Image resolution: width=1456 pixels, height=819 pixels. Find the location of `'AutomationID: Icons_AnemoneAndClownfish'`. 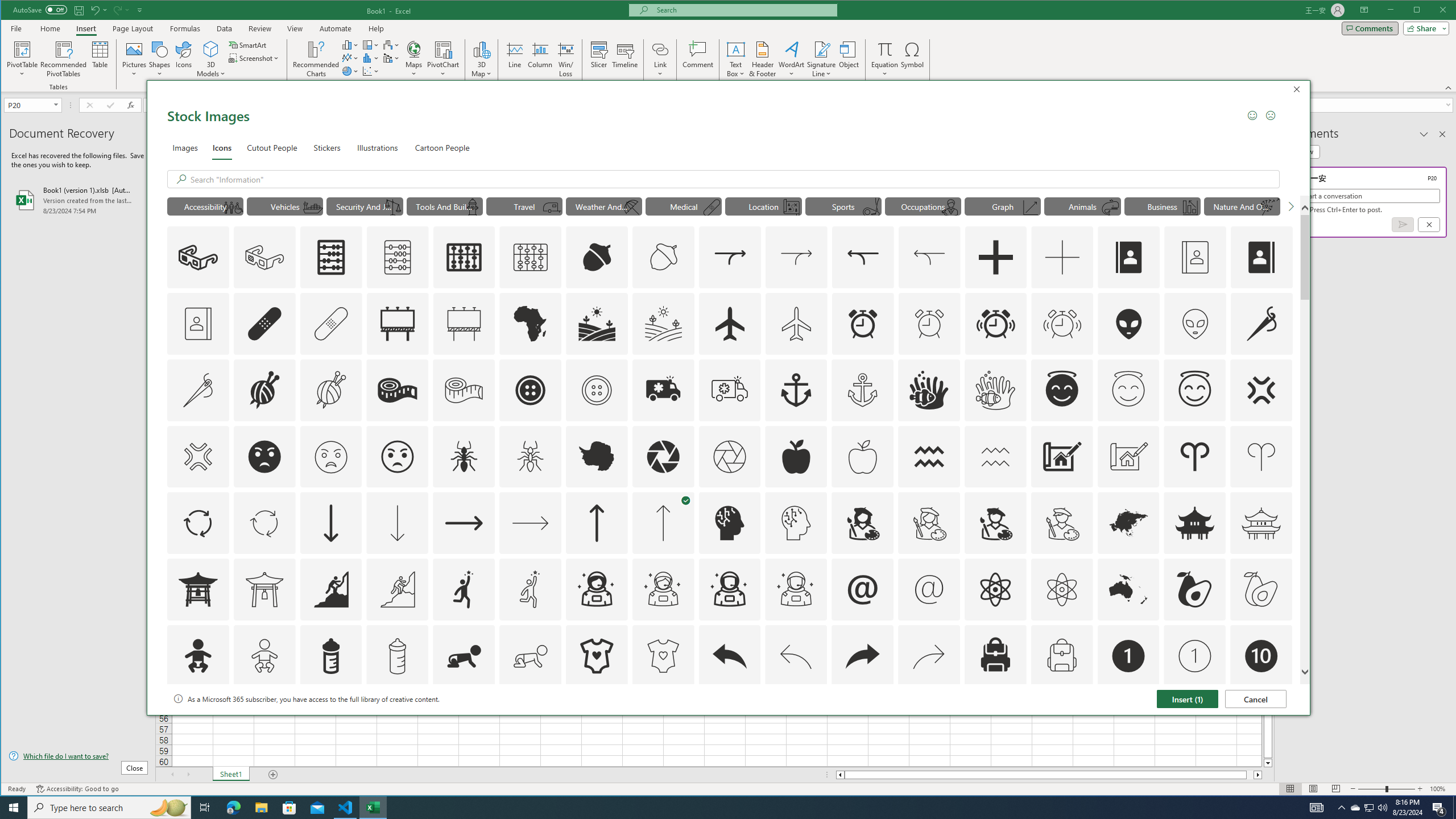

'AutomationID: Icons_AnemoneAndClownfish' is located at coordinates (928, 390).